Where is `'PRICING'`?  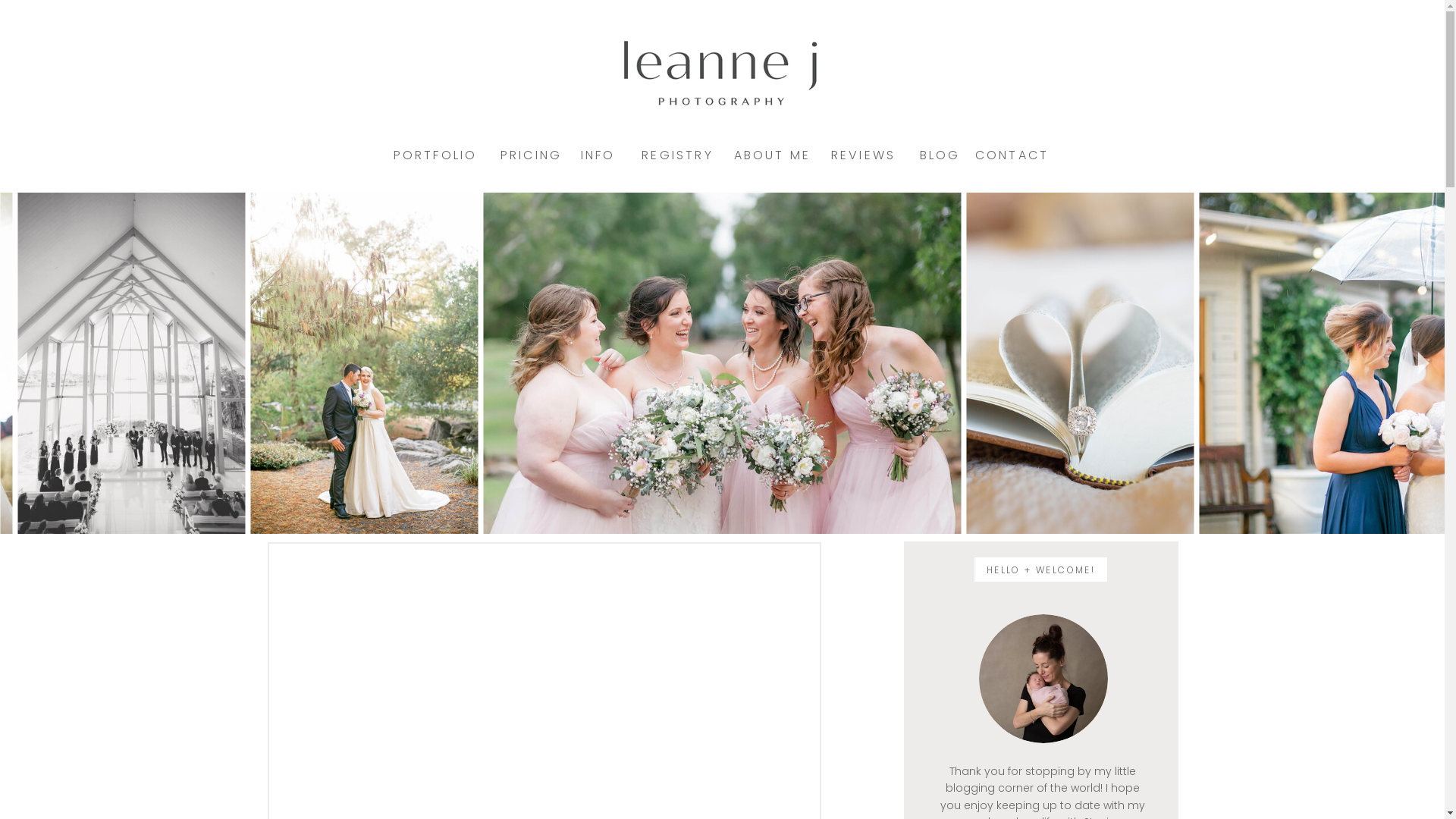 'PRICING' is located at coordinates (531, 155).